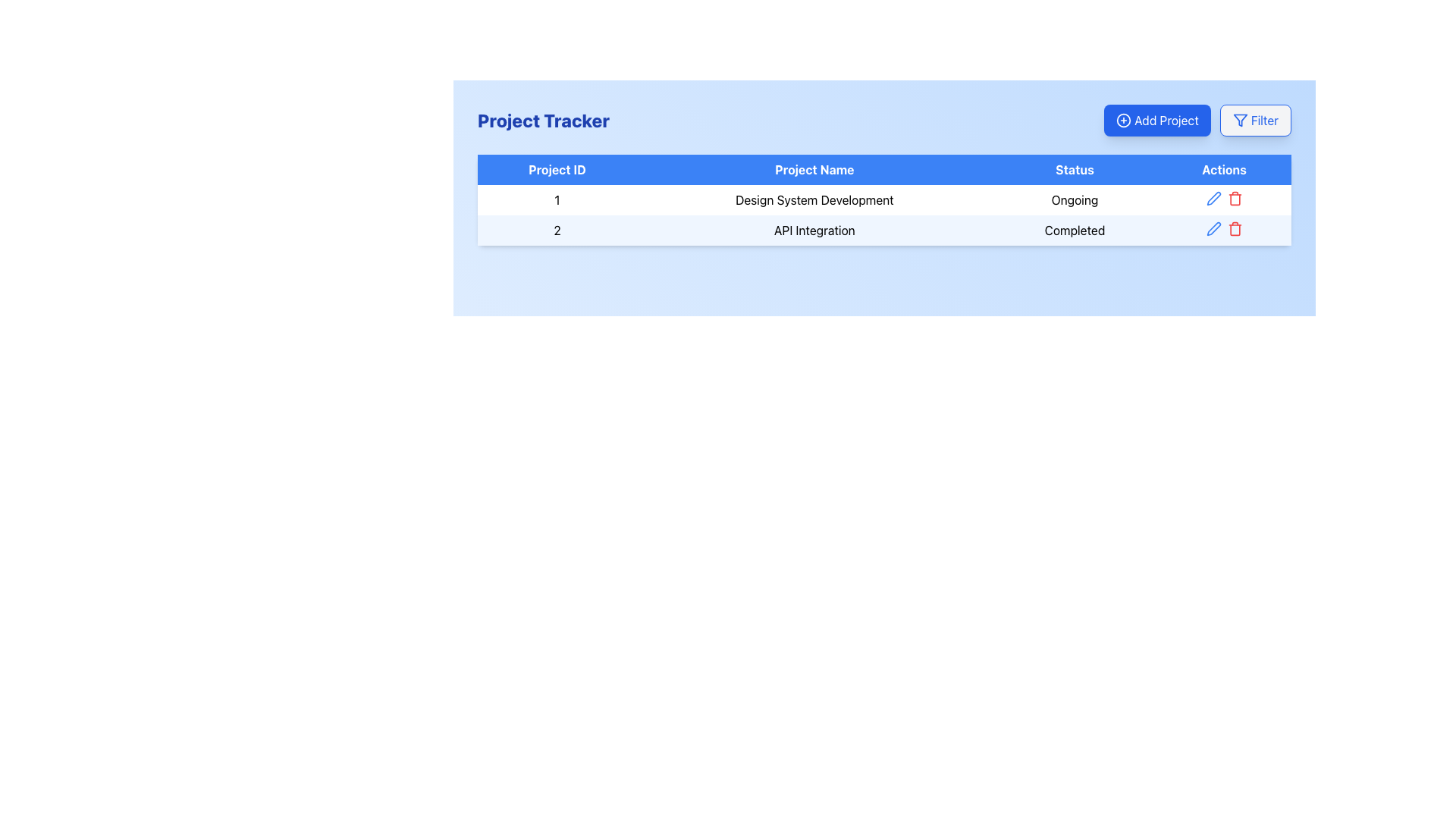 The height and width of the screenshot is (819, 1456). I want to click on the table cell displaying the numeral '1' in bold, located under the 'Project ID' column in the first row of the table, which has a white background, so click(556, 199).